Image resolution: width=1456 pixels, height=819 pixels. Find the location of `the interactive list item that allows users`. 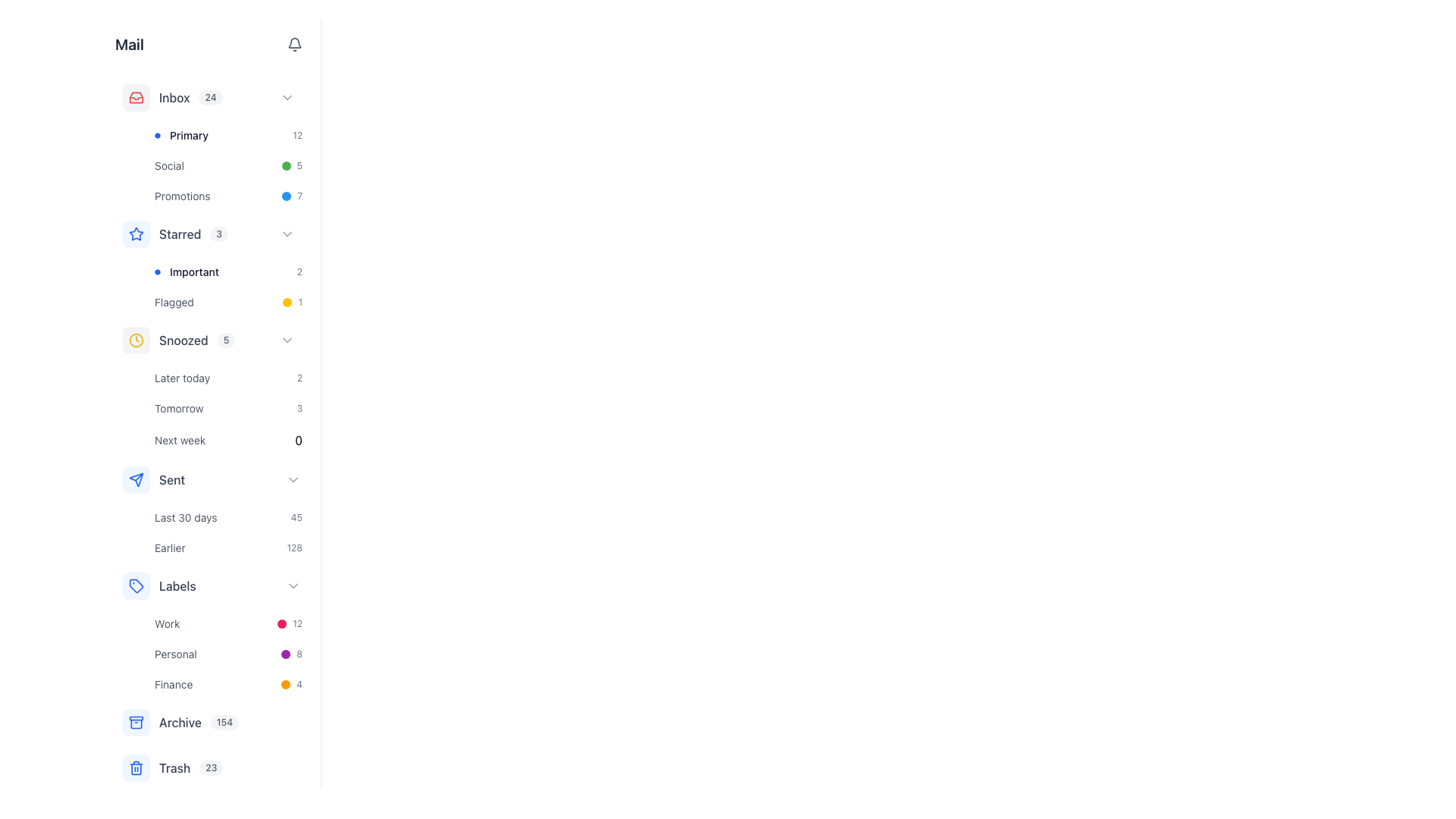

the interactive list item that allows users is located at coordinates (180, 721).